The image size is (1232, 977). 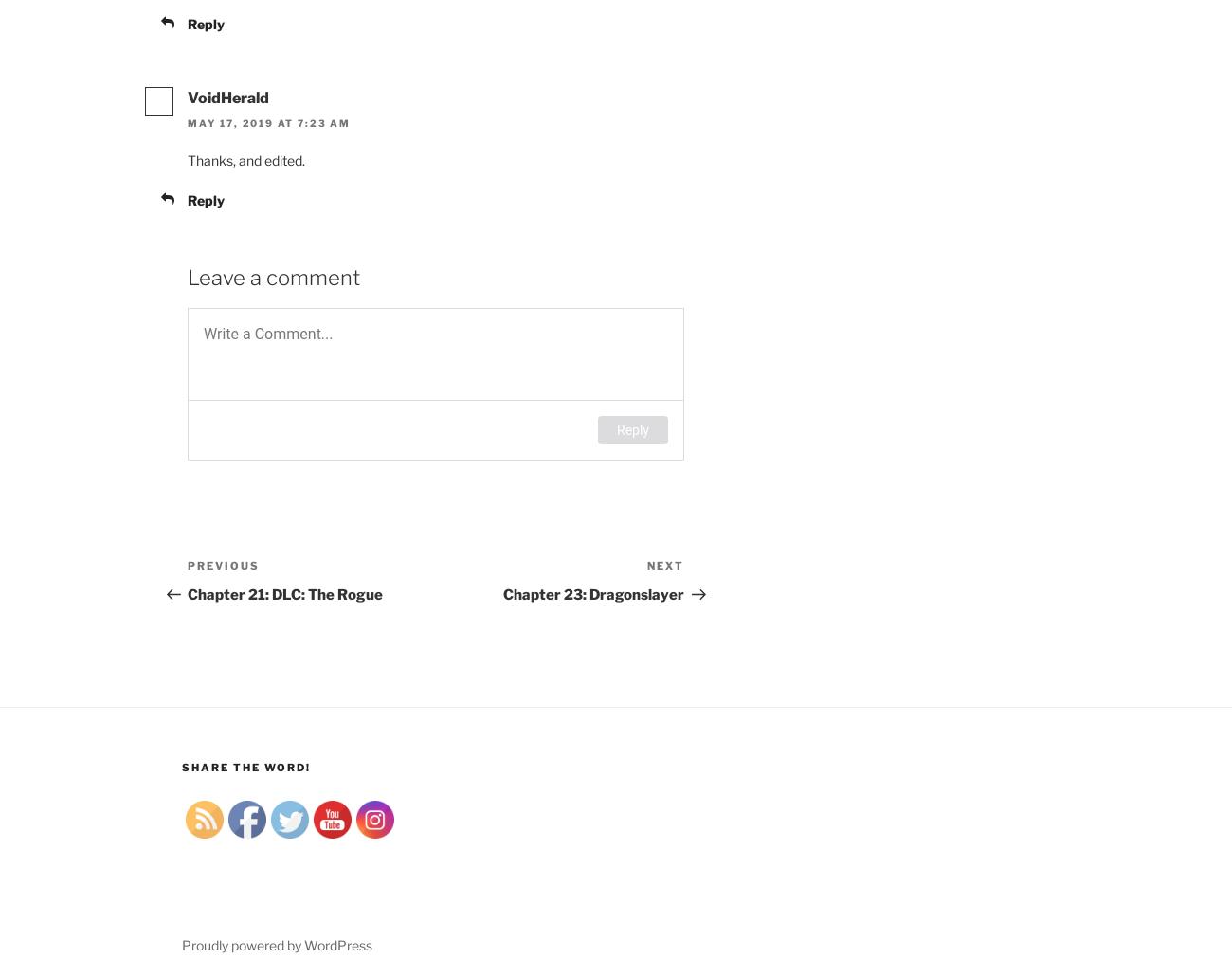 I want to click on 'Chapter 21: DLC: The Rogue', so click(x=284, y=594).